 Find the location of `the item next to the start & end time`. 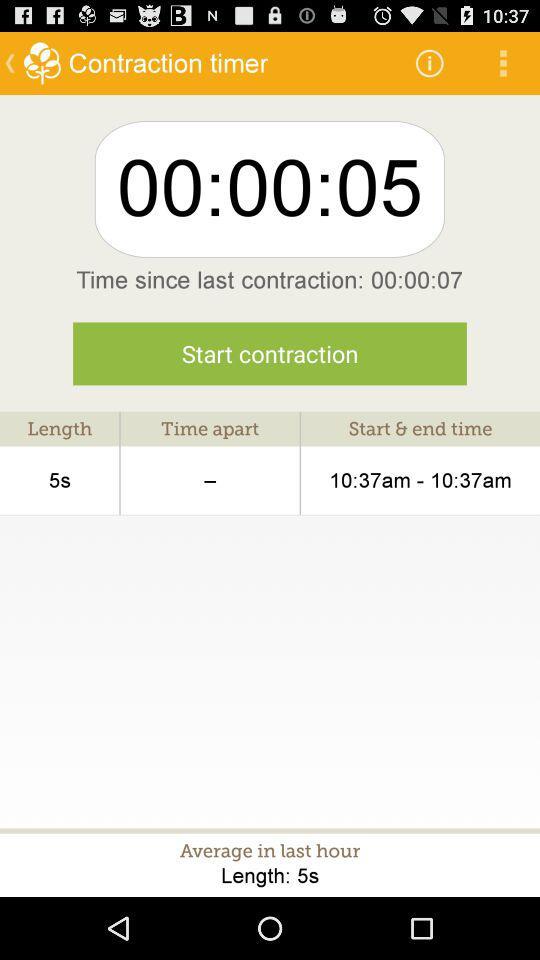

the item next to the start & end time is located at coordinates (209, 480).